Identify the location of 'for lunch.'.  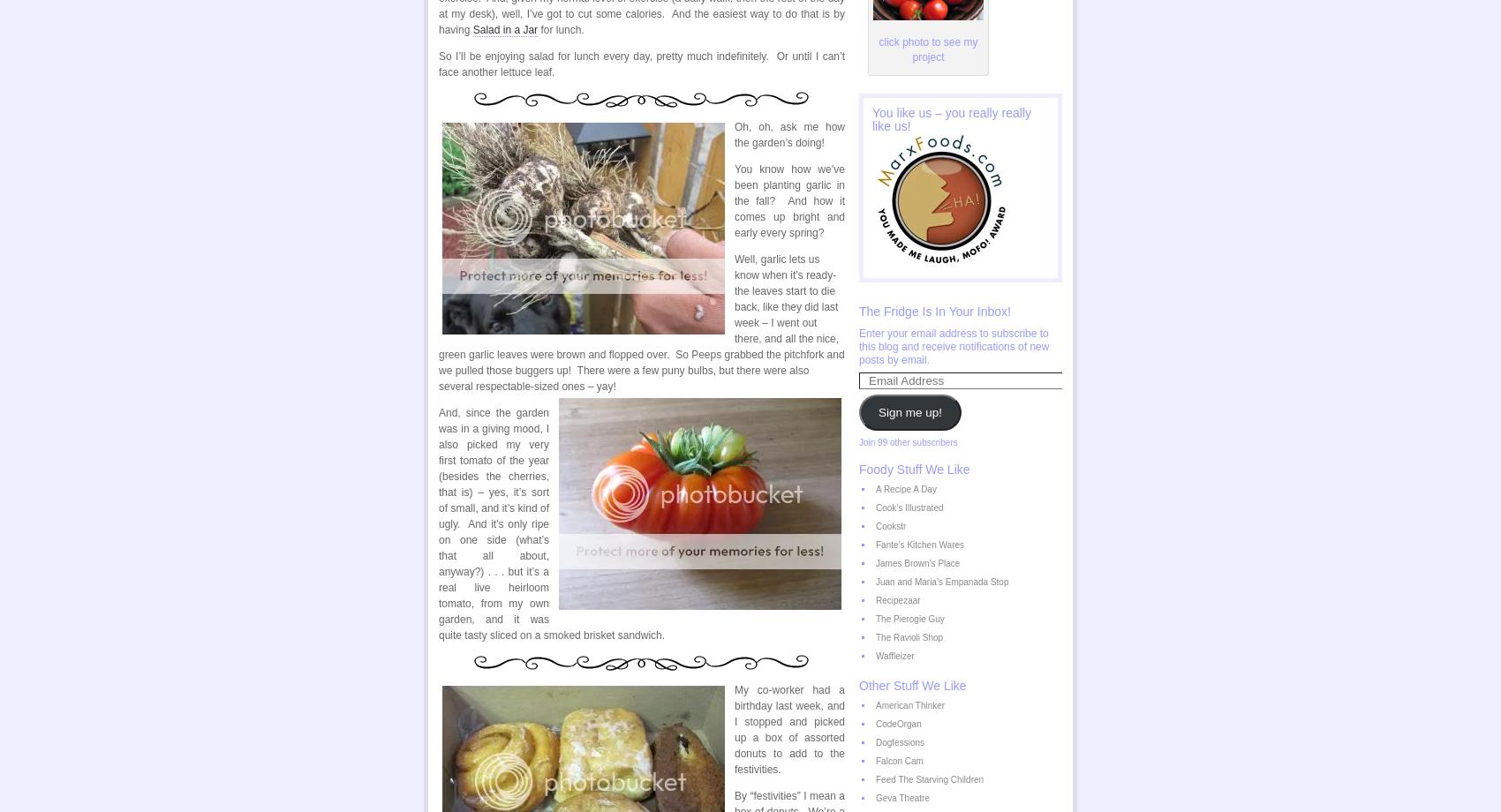
(559, 30).